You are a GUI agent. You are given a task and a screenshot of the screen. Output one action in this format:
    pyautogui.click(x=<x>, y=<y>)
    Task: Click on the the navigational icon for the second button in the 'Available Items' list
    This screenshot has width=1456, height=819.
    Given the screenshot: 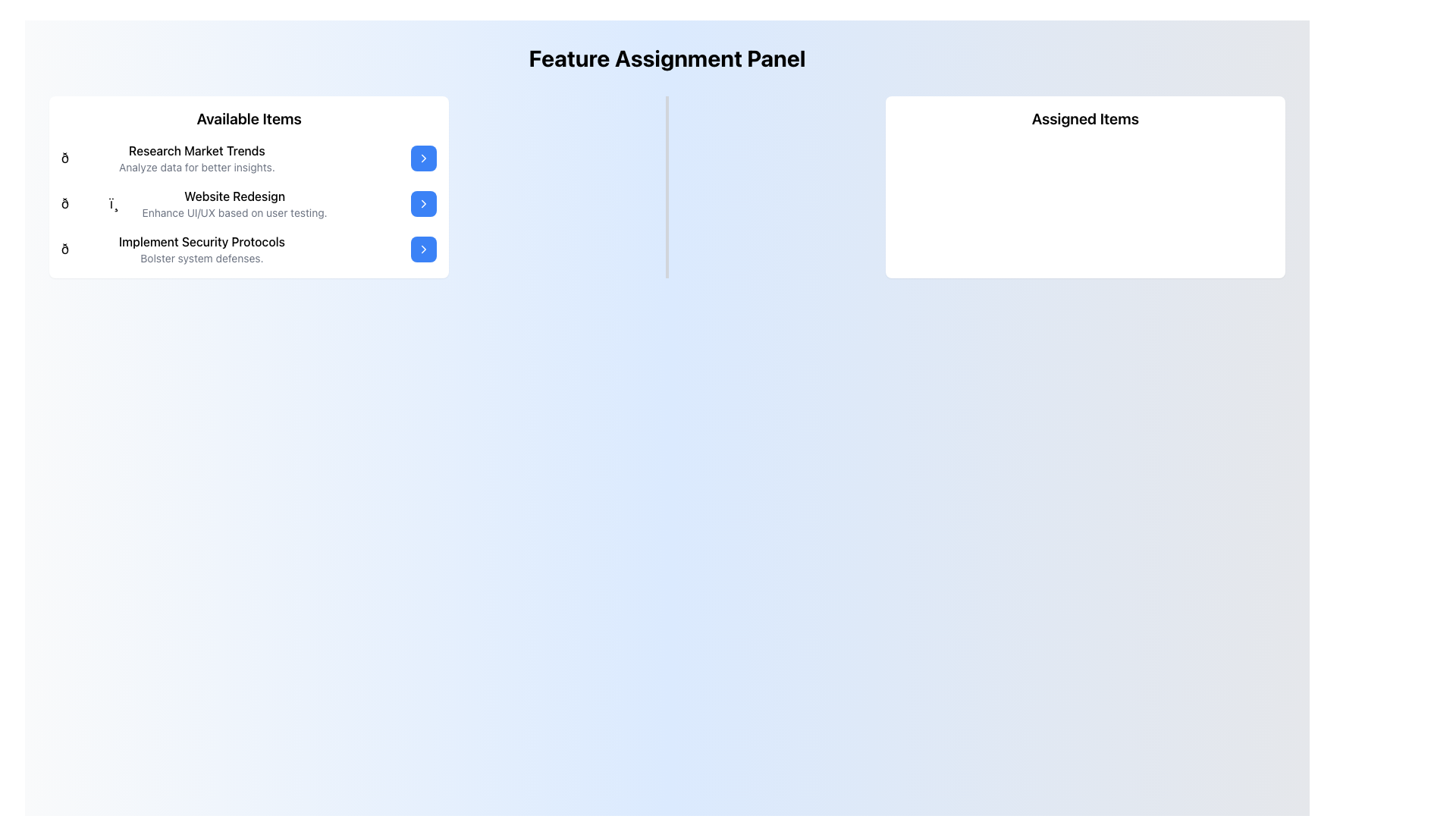 What is the action you would take?
    pyautogui.click(x=424, y=203)
    